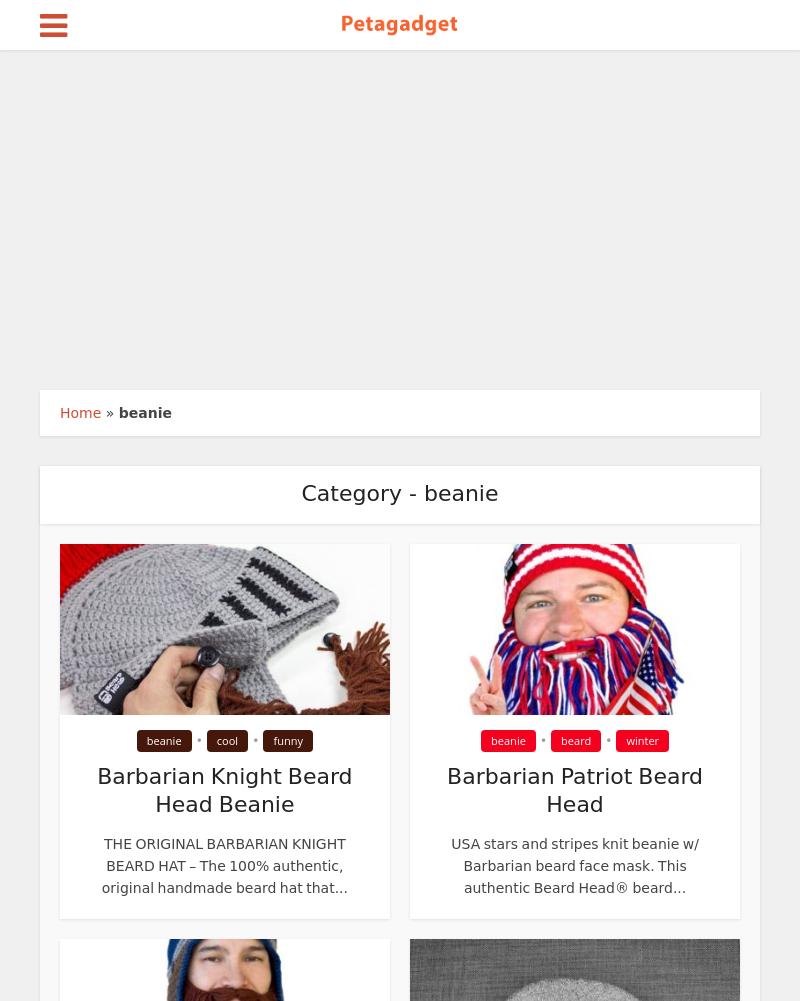 The width and height of the screenshot is (800, 1001). Describe the element at coordinates (574, 789) in the screenshot. I see `'Barbarian Patriot Beard Head'` at that location.